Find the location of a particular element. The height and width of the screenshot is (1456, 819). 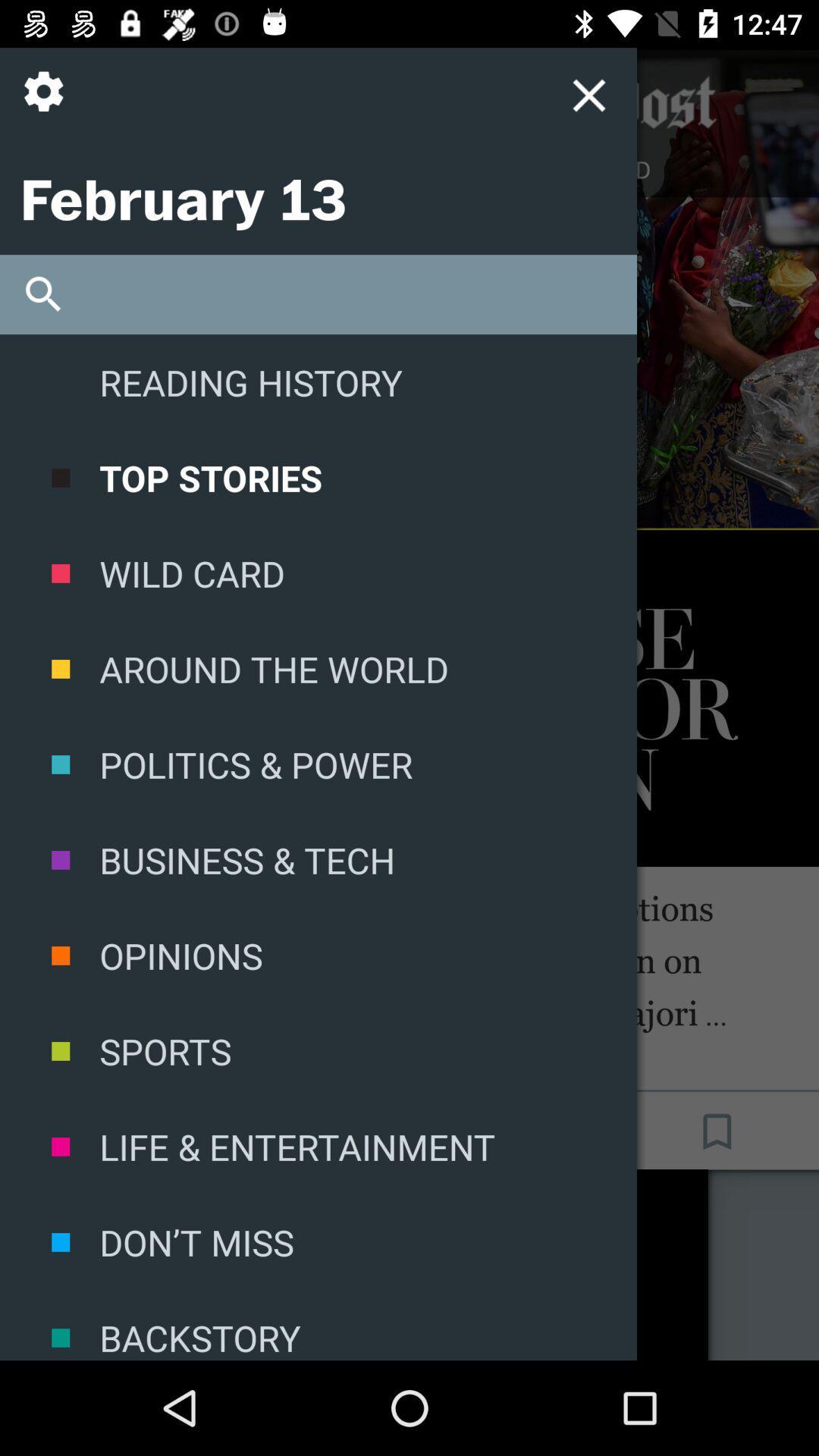

the bookmark icon is located at coordinates (717, 1131).